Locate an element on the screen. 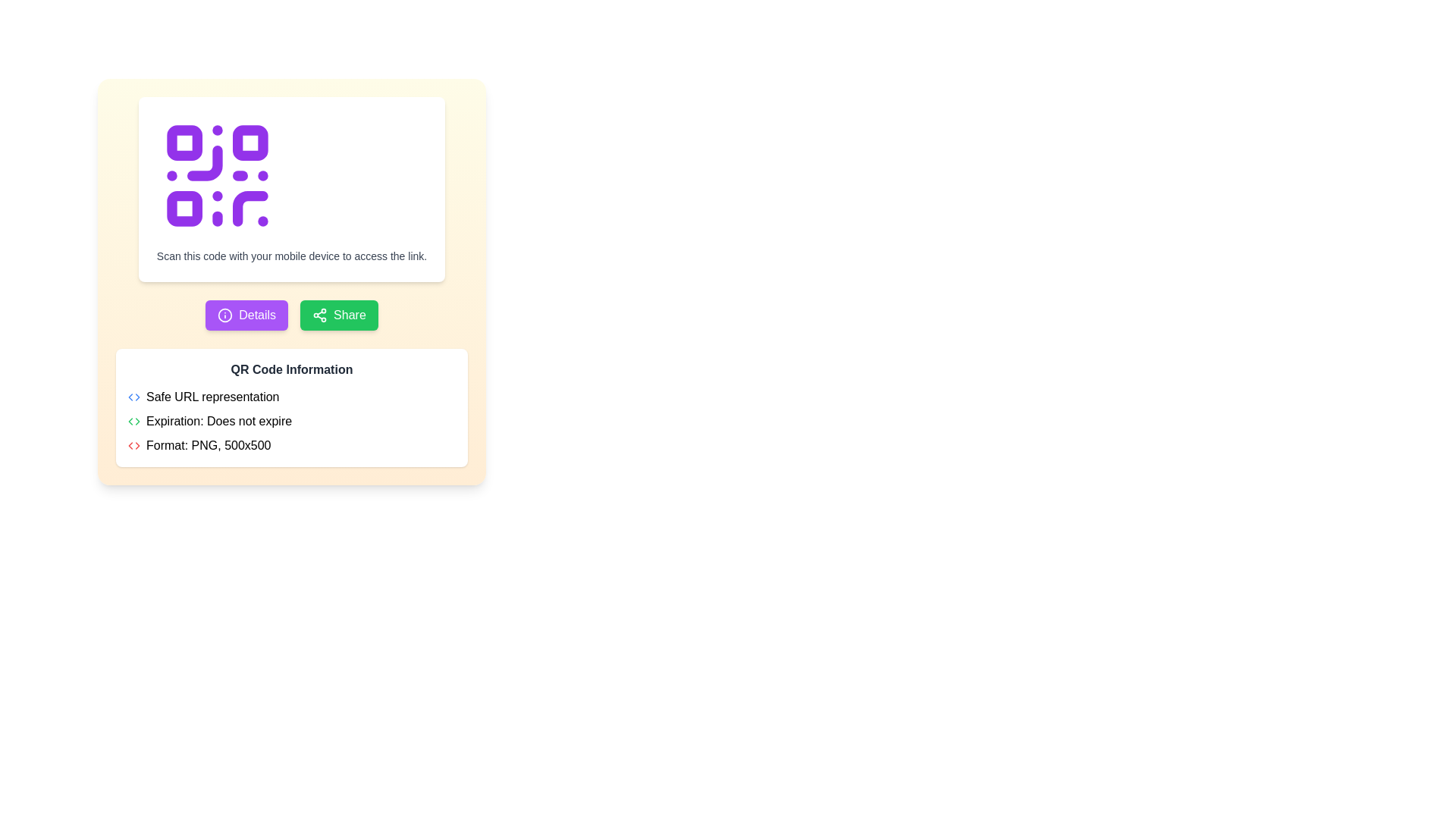 The image size is (1456, 819). the non-interactive header text label located at the top inside the white box titled 'QR Code Information', which provides an informational heading for the section underneath is located at coordinates (291, 370).